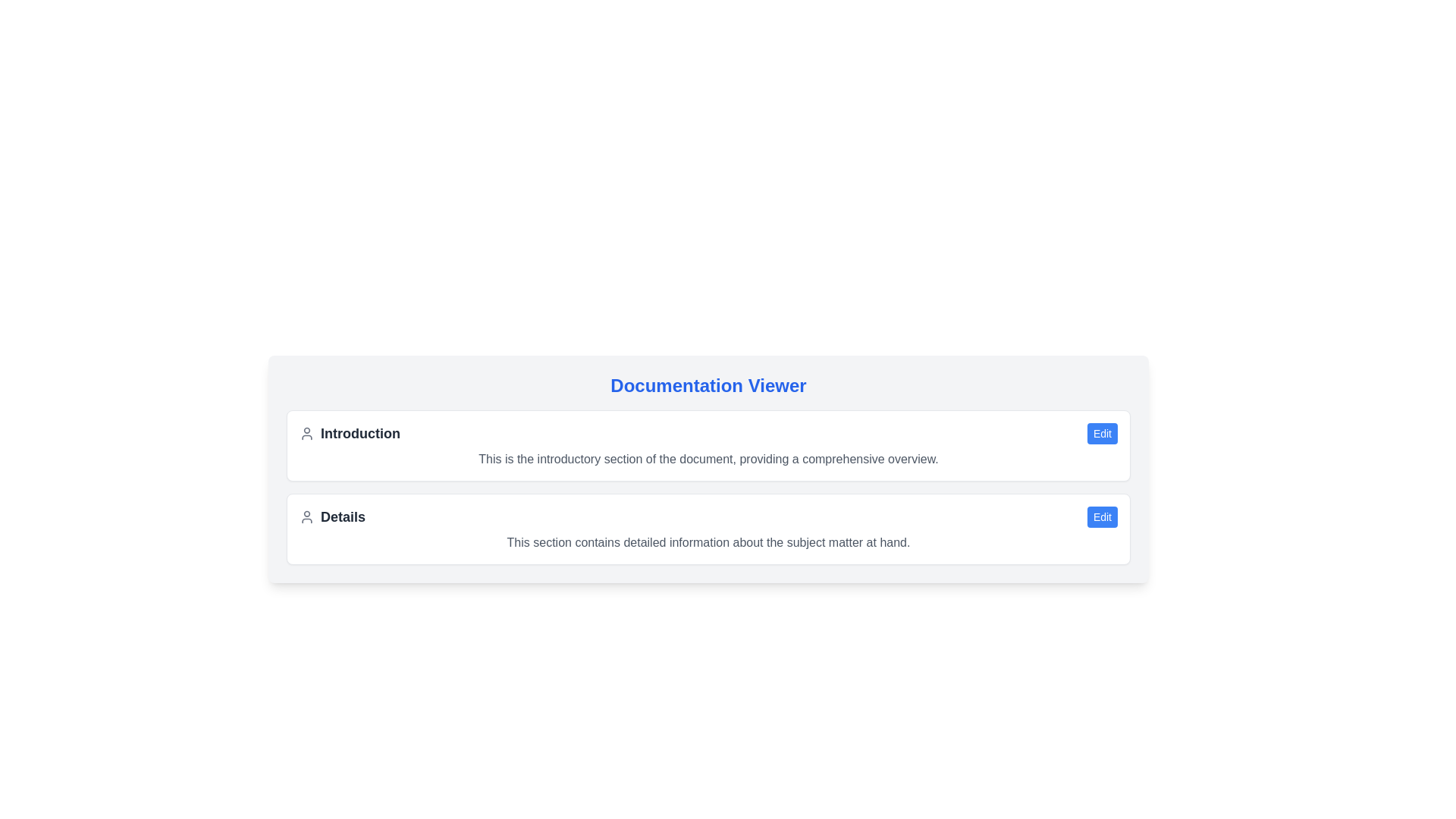 The image size is (1456, 819). I want to click on the 'Details' element containing a bold text label and an 'Edit' button to enable keyboard navigation, so click(708, 516).